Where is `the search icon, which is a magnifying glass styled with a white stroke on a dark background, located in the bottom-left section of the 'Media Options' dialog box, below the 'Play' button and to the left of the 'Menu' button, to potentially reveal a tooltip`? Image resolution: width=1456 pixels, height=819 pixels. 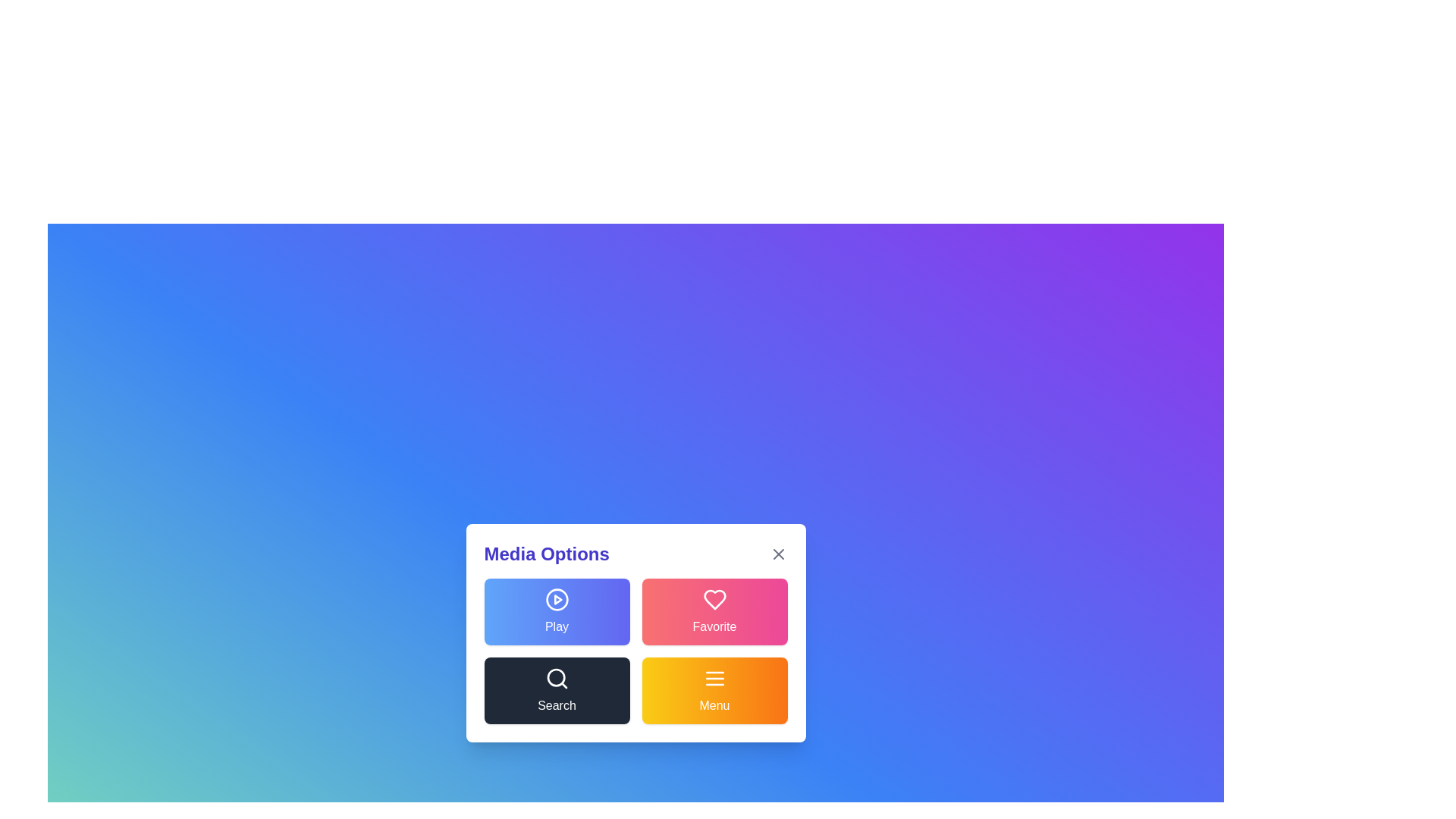
the search icon, which is a magnifying glass styled with a white stroke on a dark background, located in the bottom-left section of the 'Media Options' dialog box, below the 'Play' button and to the left of the 'Menu' button, to potentially reveal a tooltip is located at coordinates (556, 677).